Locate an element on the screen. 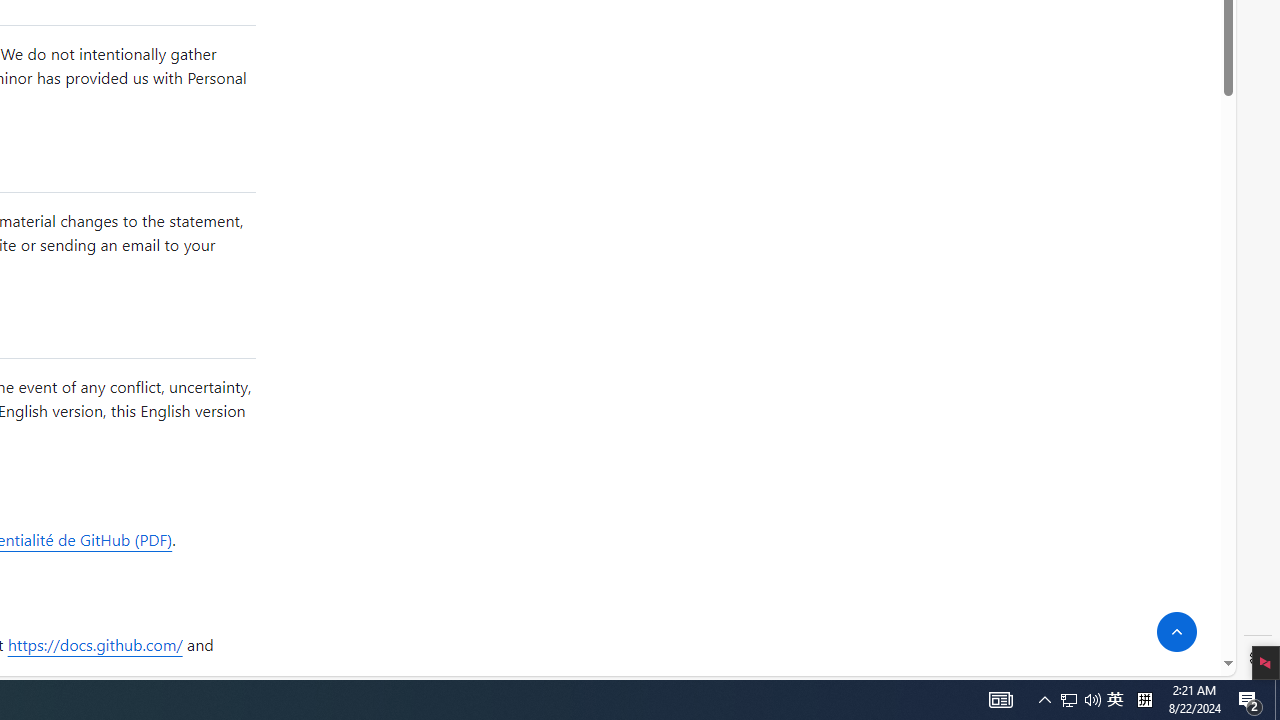 The width and height of the screenshot is (1280, 720). 'https://docs.github.com/' is located at coordinates (93, 644).